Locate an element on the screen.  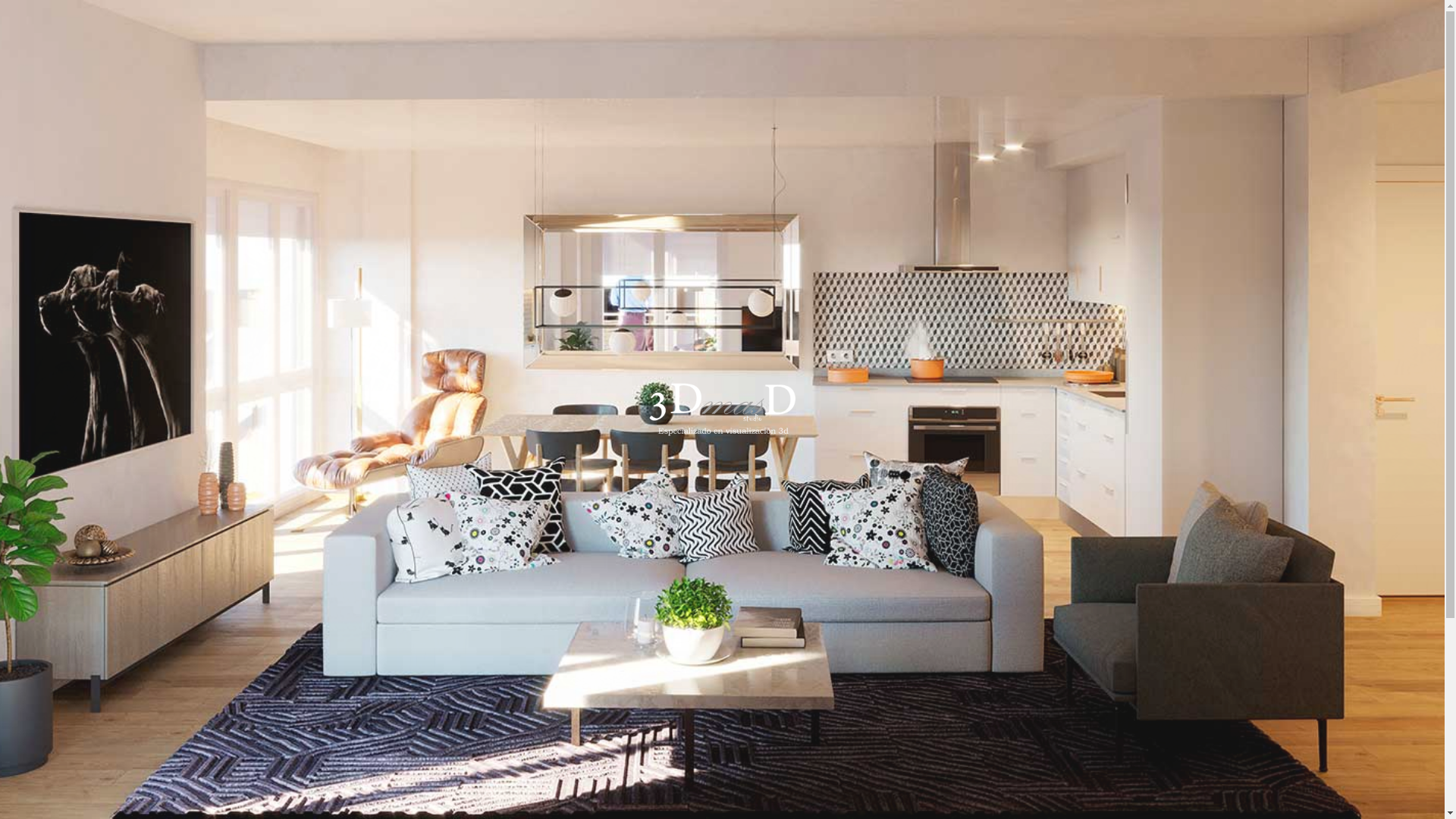
'Skip to content' is located at coordinates (0, 0).